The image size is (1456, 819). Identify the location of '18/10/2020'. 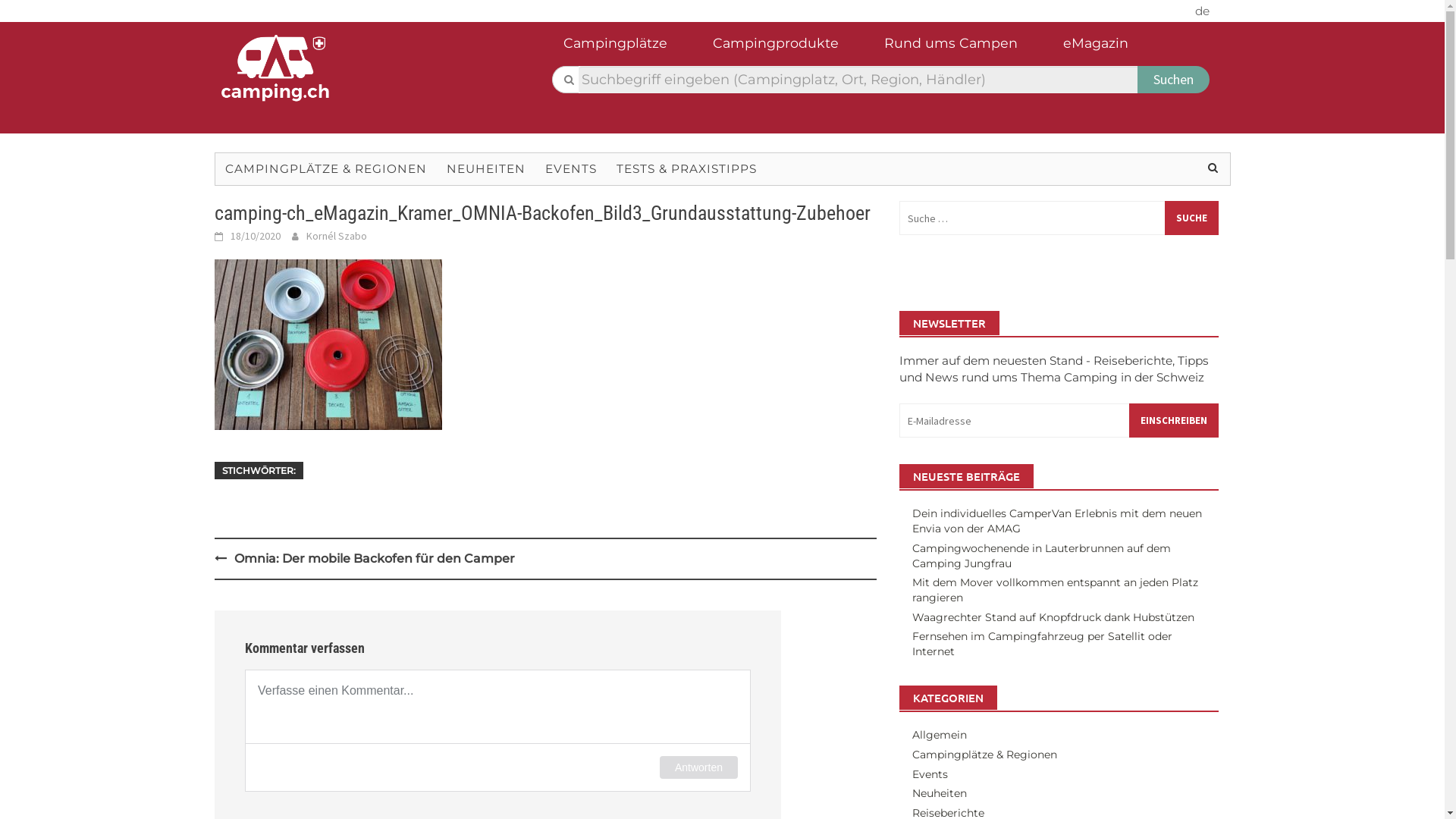
(255, 236).